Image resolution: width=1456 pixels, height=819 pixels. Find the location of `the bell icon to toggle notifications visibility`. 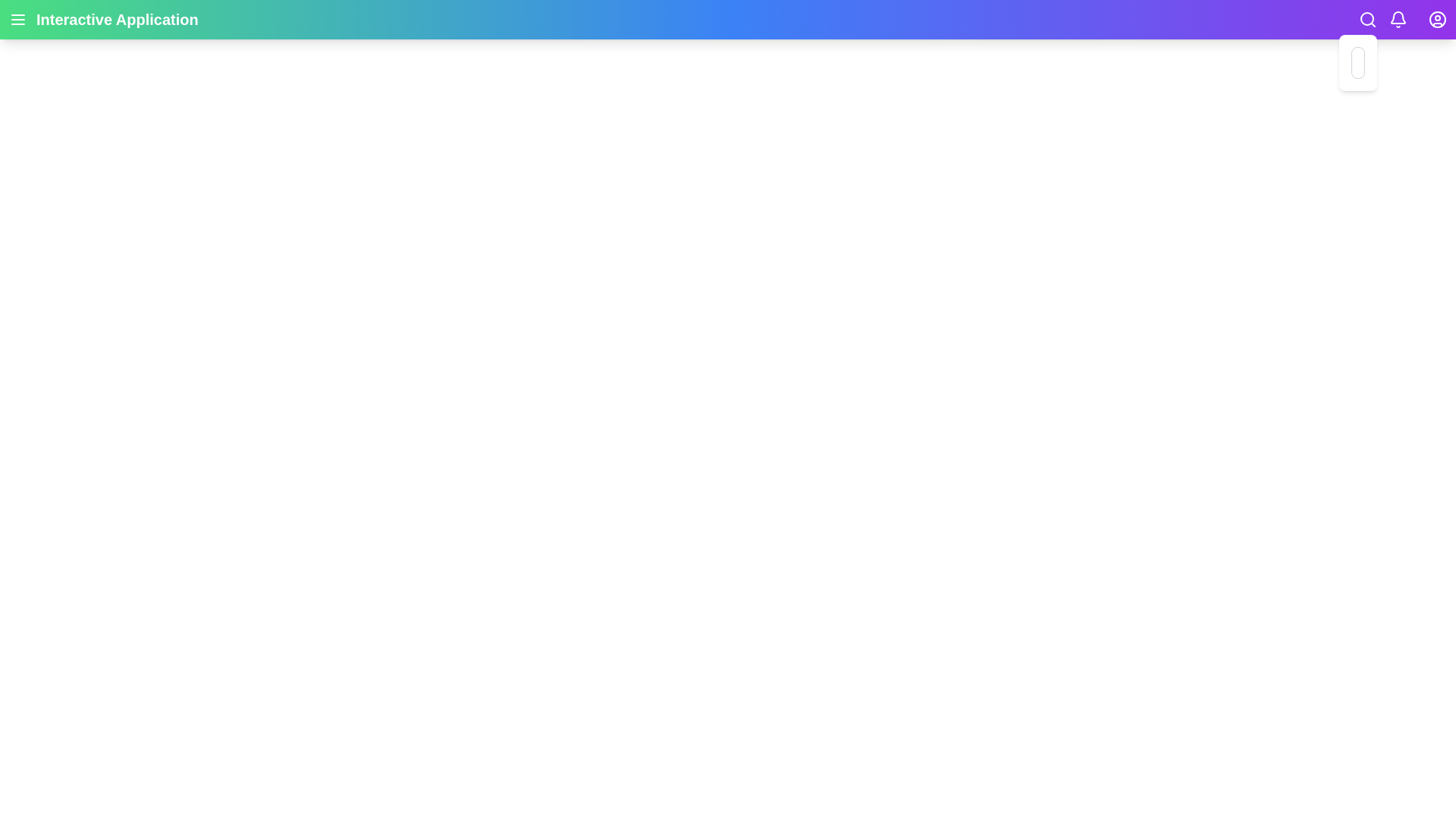

the bell icon to toggle notifications visibility is located at coordinates (1397, 20).